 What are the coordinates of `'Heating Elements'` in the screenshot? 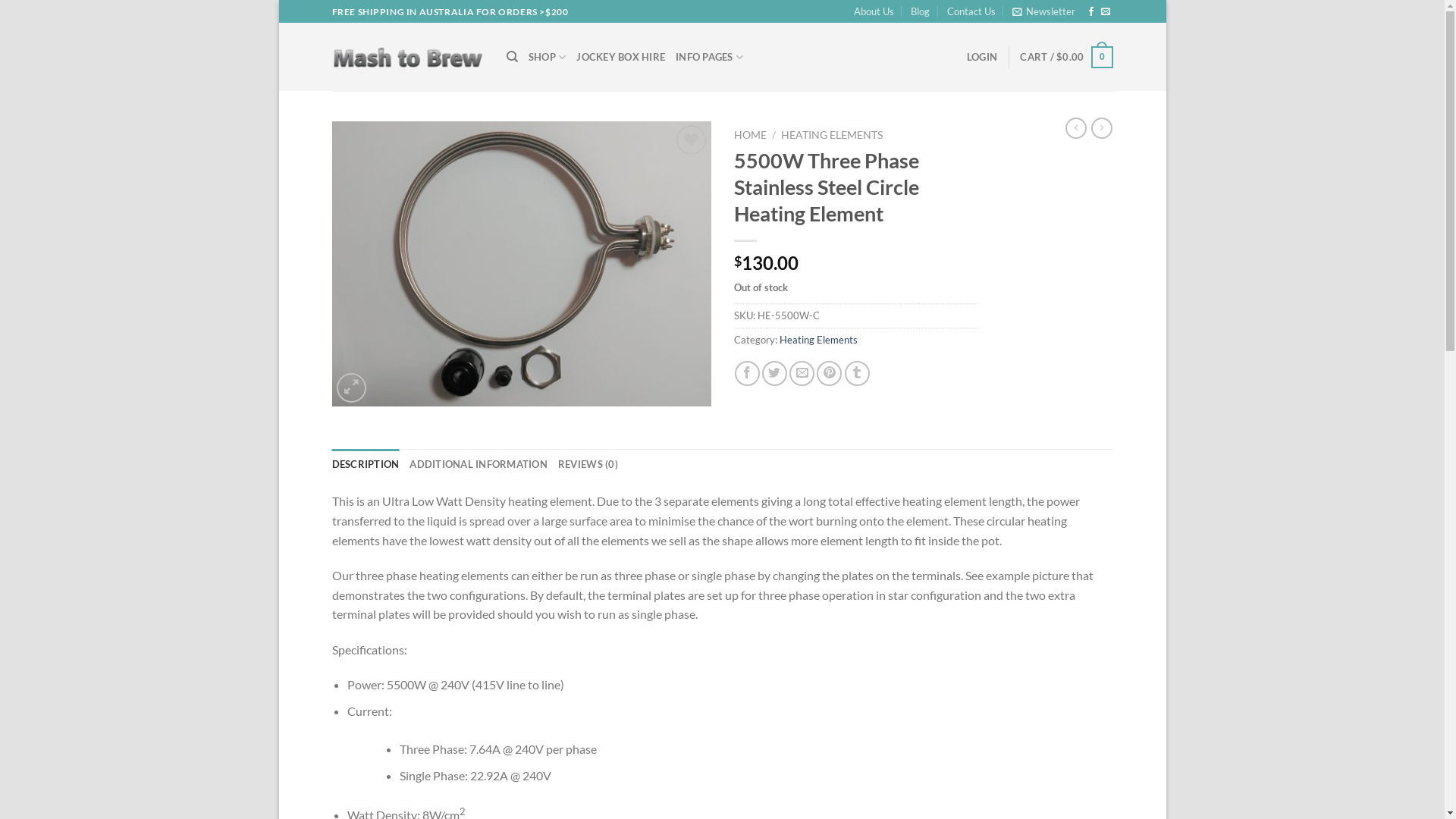 It's located at (817, 338).